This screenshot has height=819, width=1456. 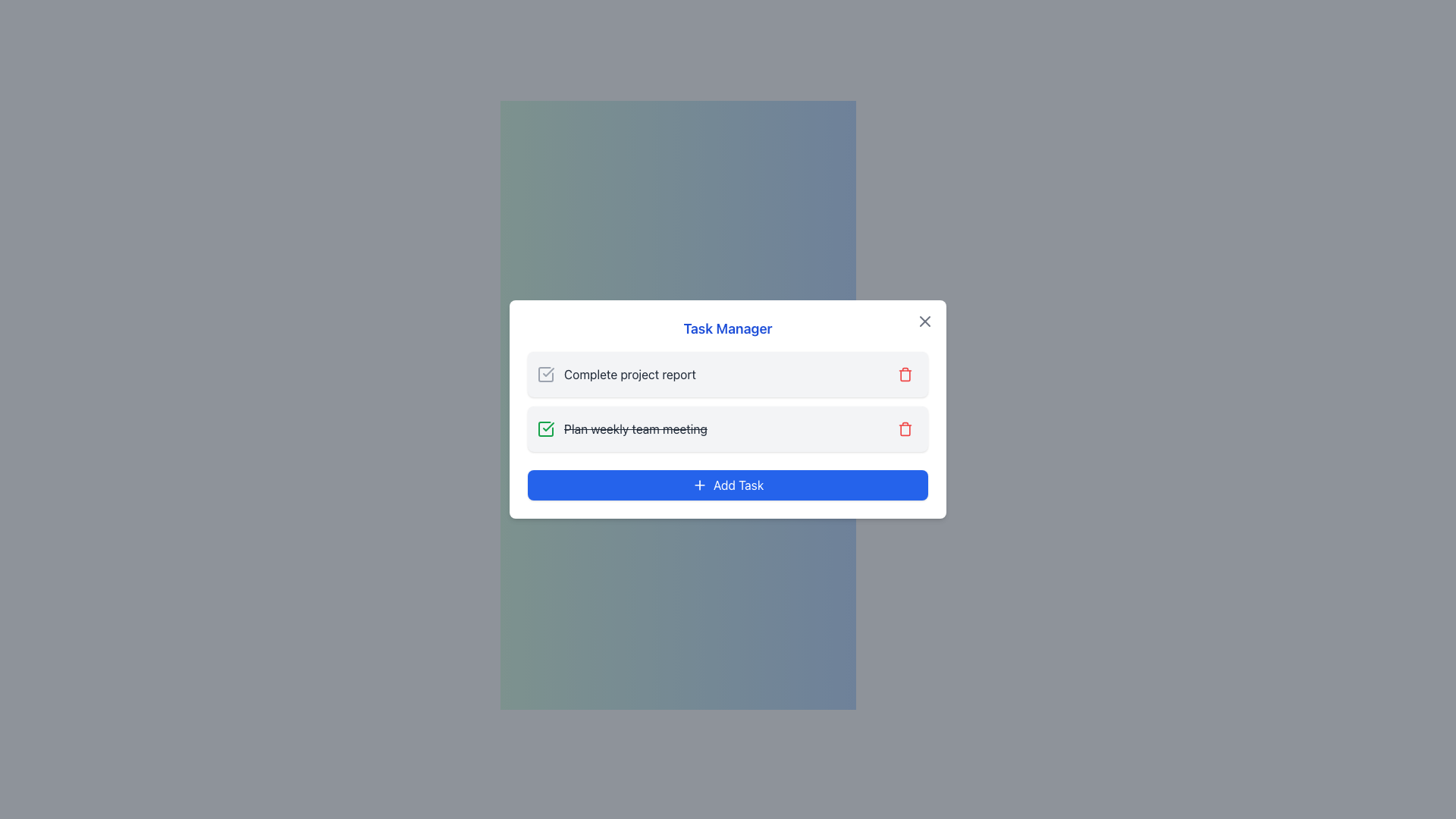 I want to click on the first Task List Item Component displaying 'Complete project report', so click(x=728, y=374).